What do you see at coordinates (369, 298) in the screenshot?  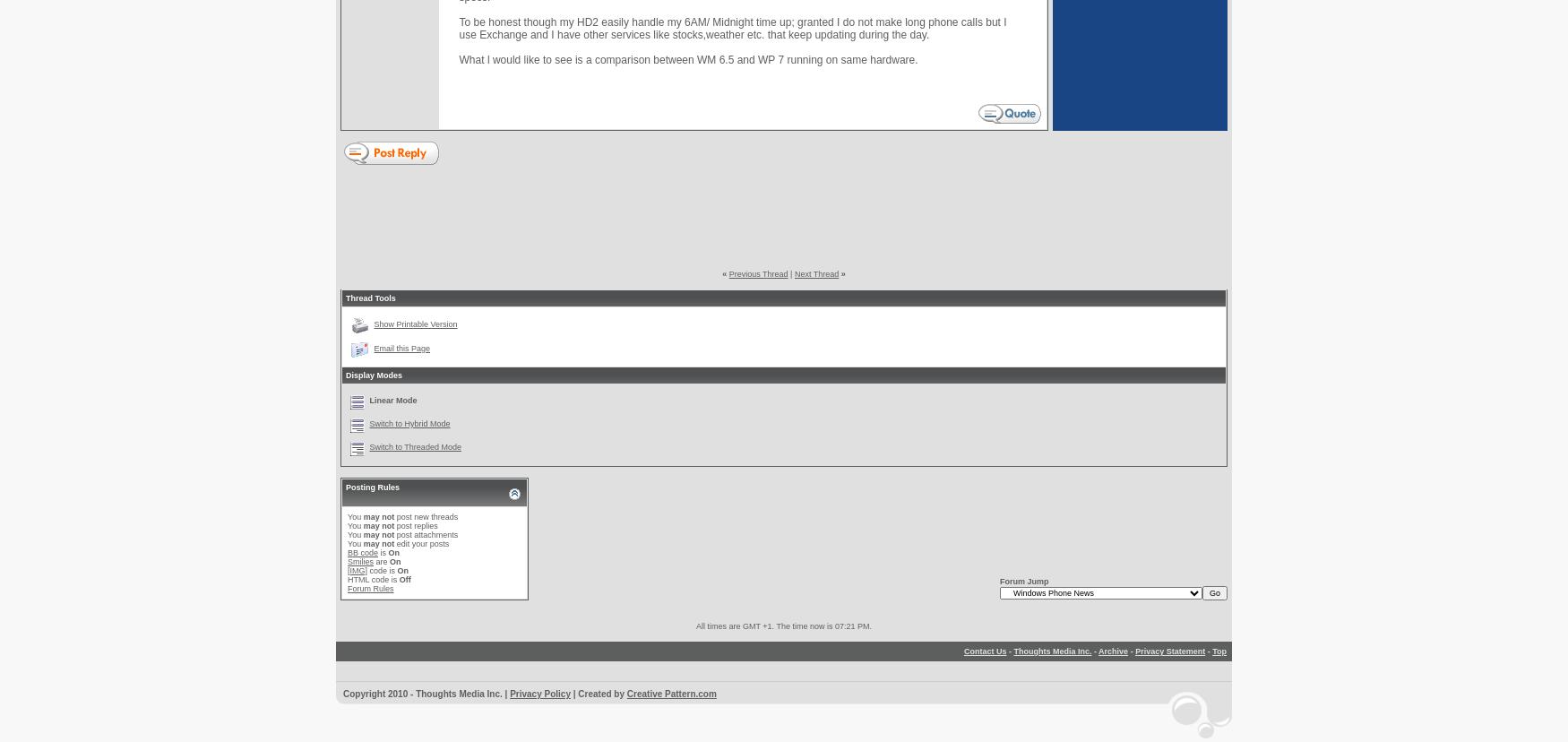 I see `'Thread Tools'` at bounding box center [369, 298].